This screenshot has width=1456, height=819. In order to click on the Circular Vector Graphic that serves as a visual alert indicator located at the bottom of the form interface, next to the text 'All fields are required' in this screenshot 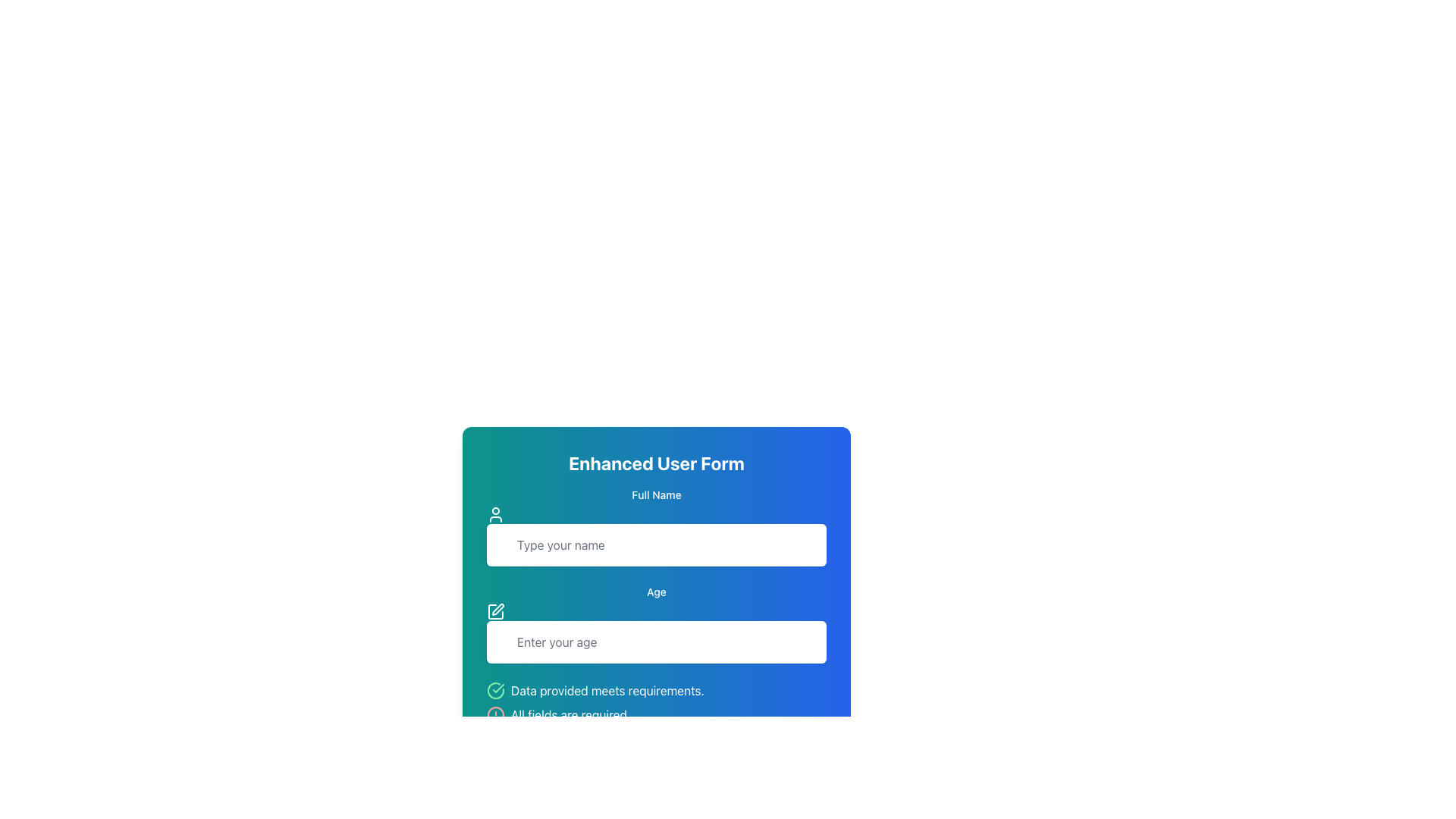, I will do `click(495, 714)`.